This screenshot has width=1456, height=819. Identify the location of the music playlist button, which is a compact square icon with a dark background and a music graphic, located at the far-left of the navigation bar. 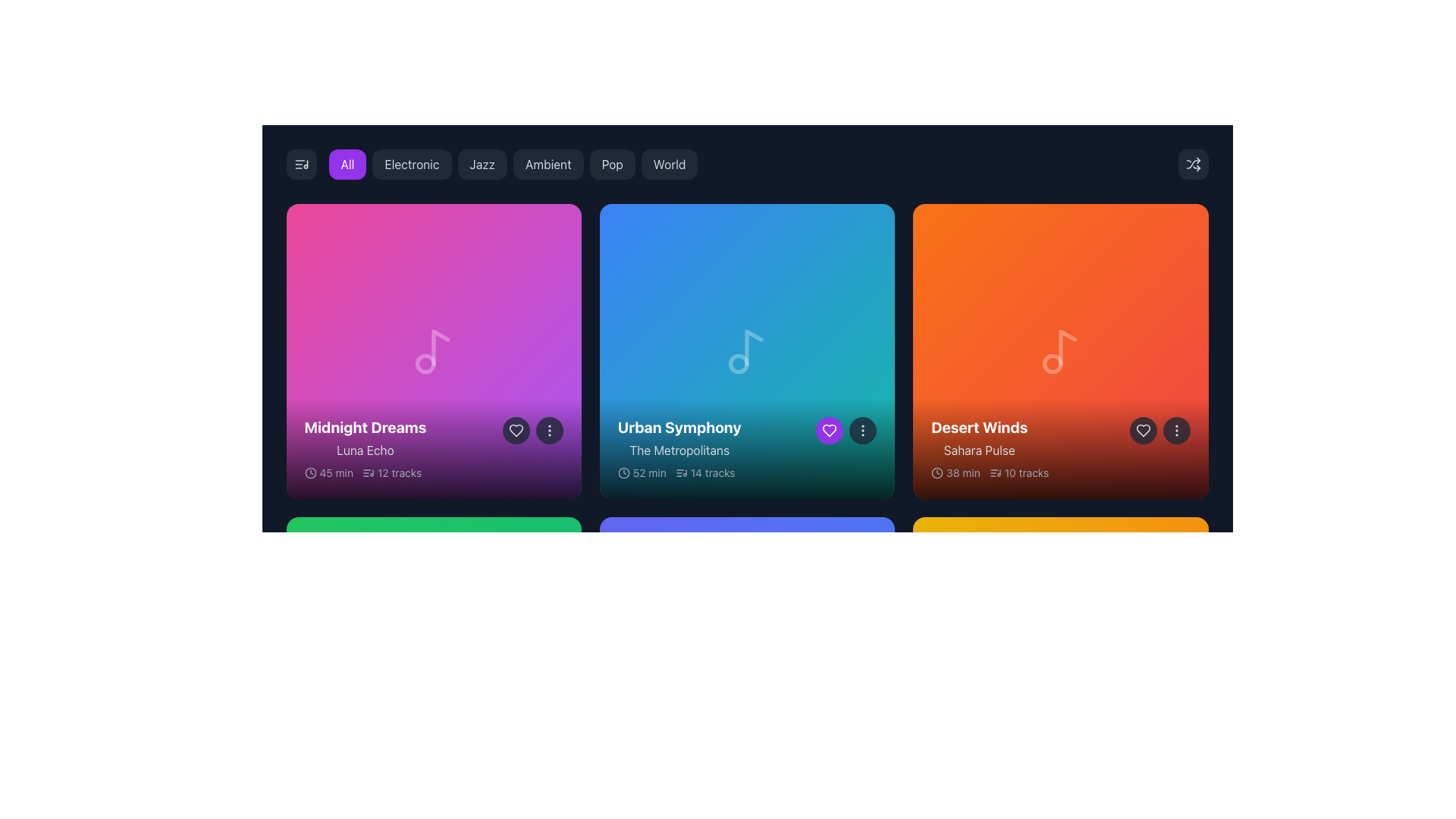
(301, 164).